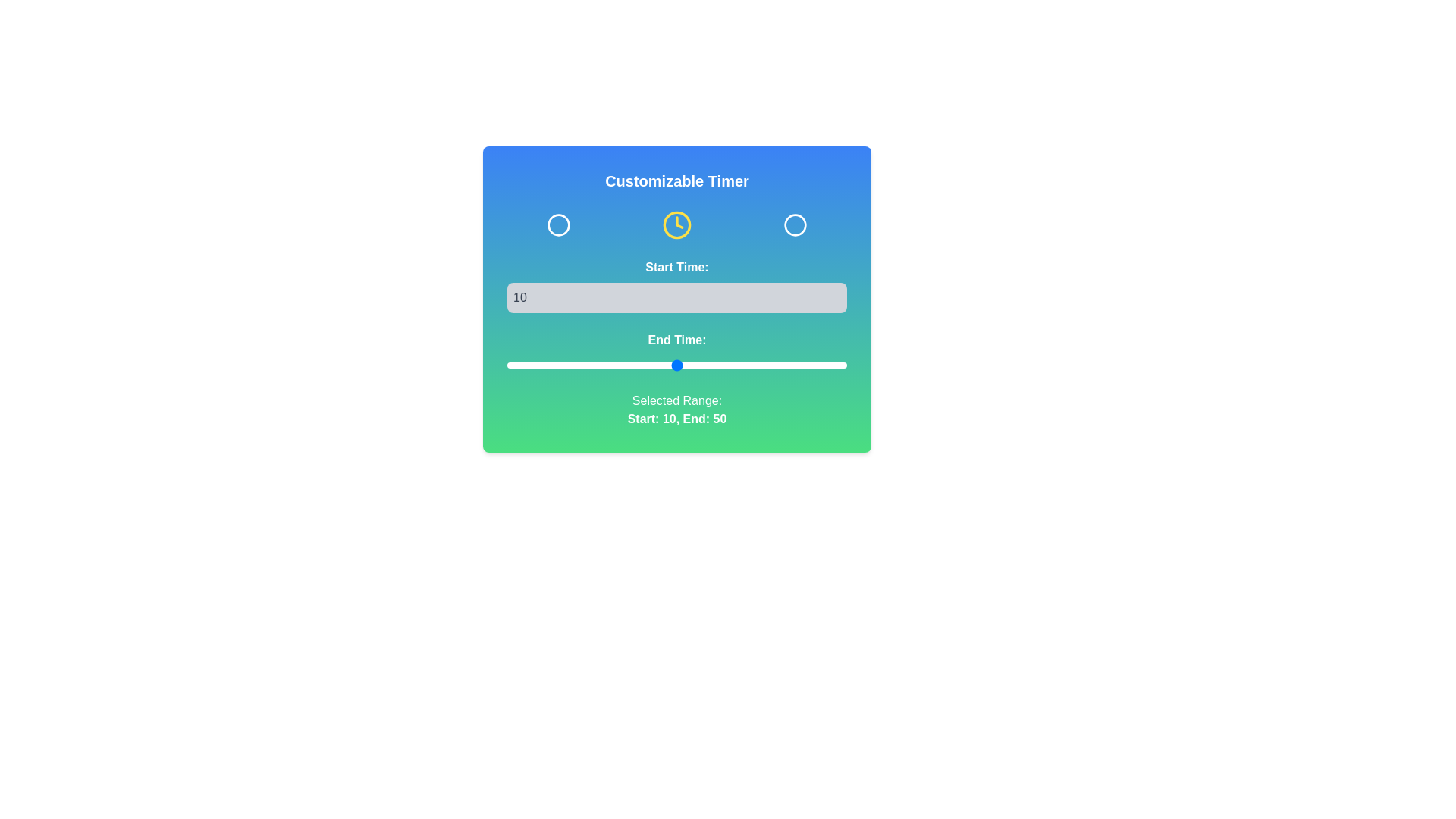  Describe the element at coordinates (558, 225) in the screenshot. I see `the leftmost circular icon in the set of three icons below the title 'Customizable Timer'` at that location.